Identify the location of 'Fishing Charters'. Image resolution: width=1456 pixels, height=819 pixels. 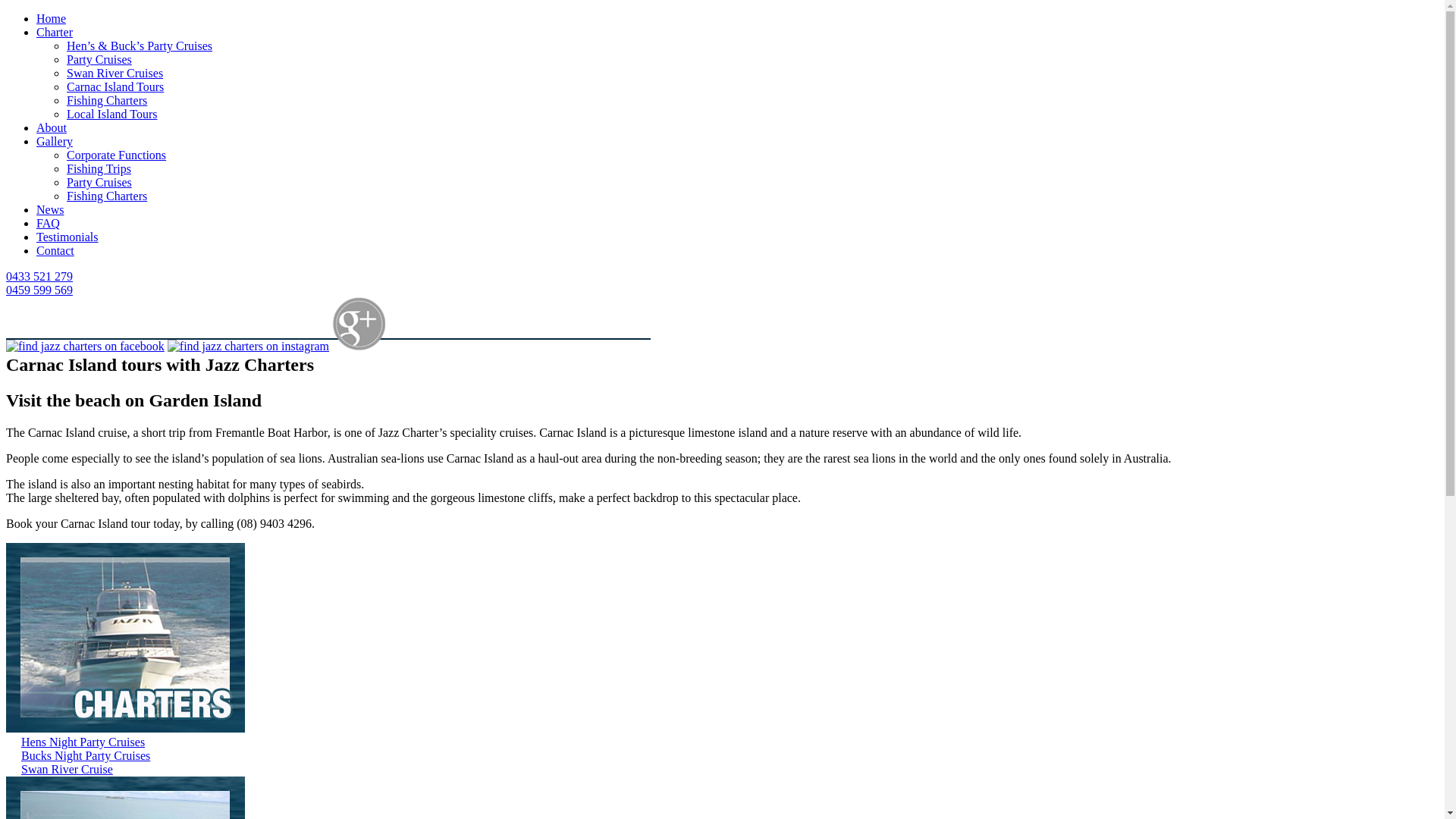
(65, 100).